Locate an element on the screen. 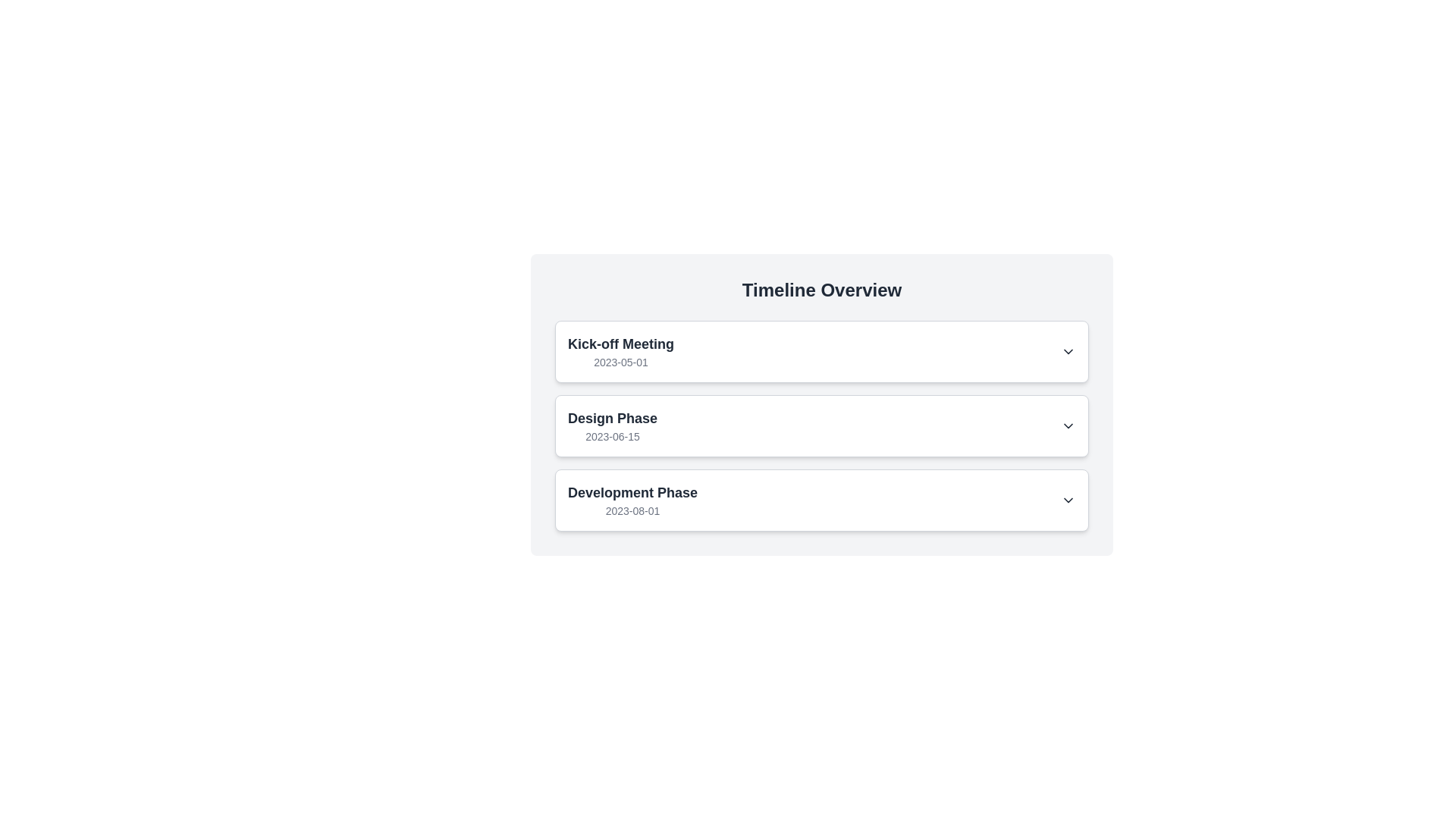 This screenshot has width=1456, height=819. the topmost selectable list item in the 'Timeline Overview' section, which displays 'Kick-off Meeting' and '2023-05-01' is located at coordinates (821, 351).